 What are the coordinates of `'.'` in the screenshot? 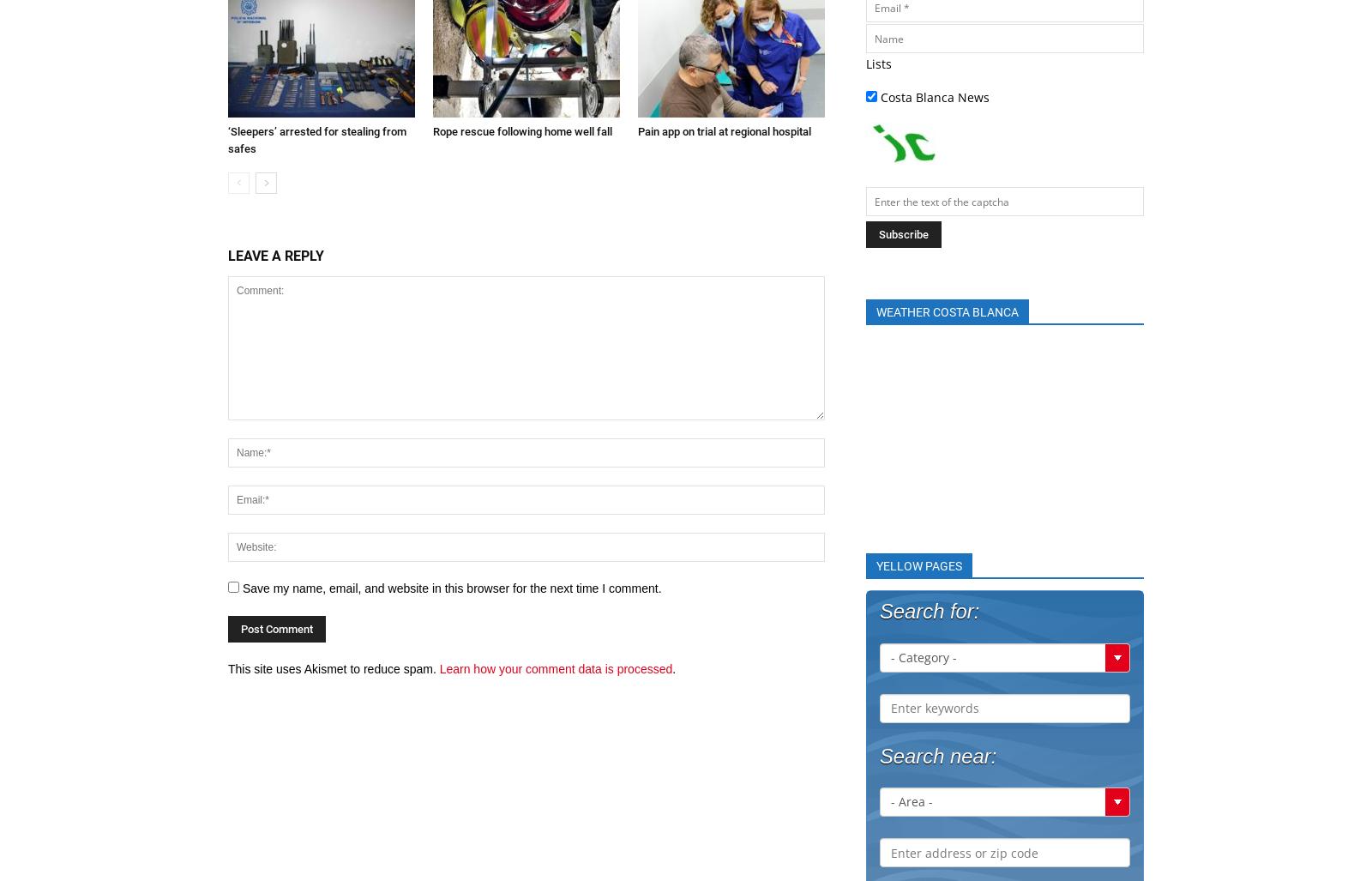 It's located at (673, 667).